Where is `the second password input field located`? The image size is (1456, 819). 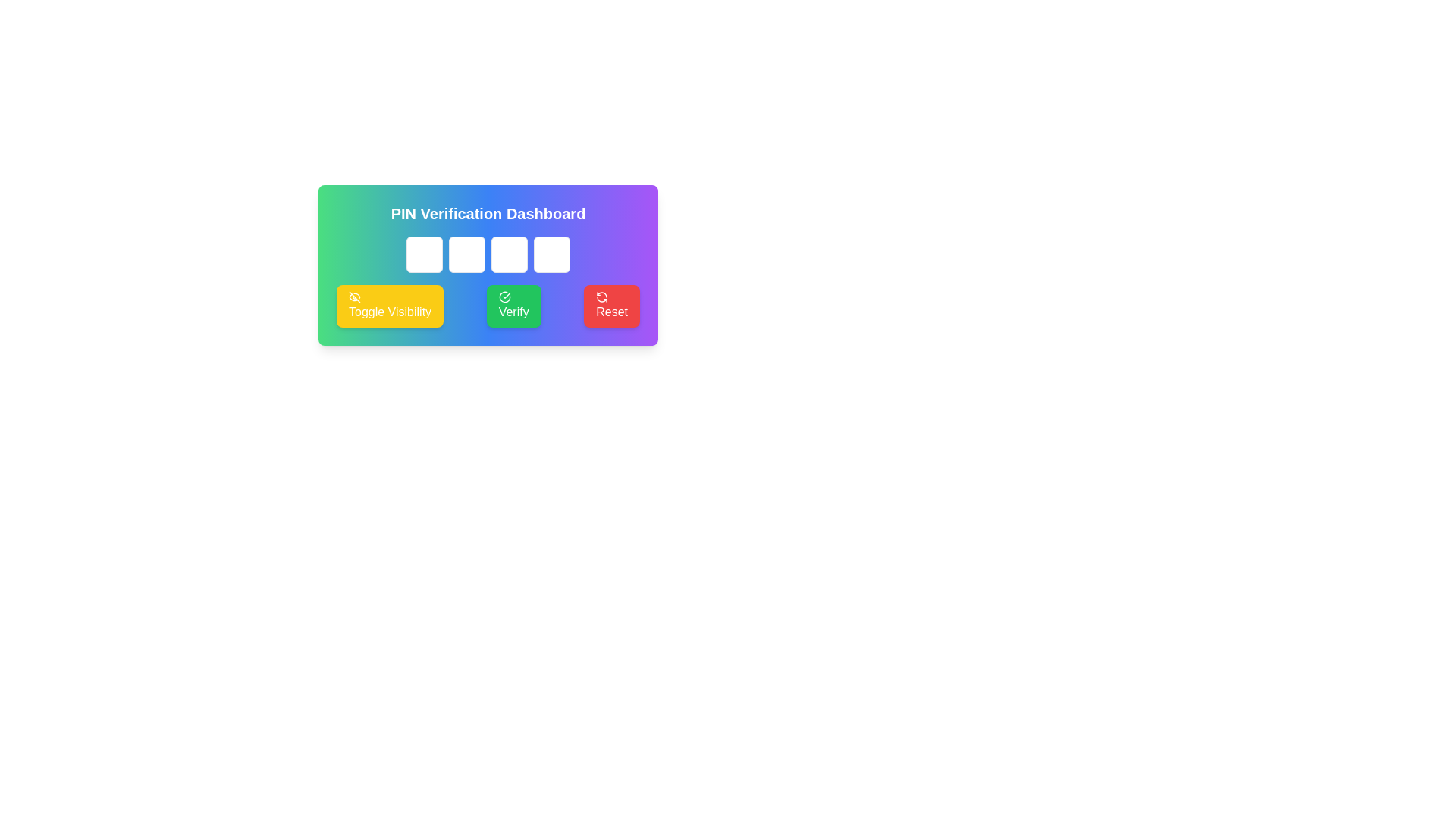 the second password input field located is located at coordinates (466, 253).